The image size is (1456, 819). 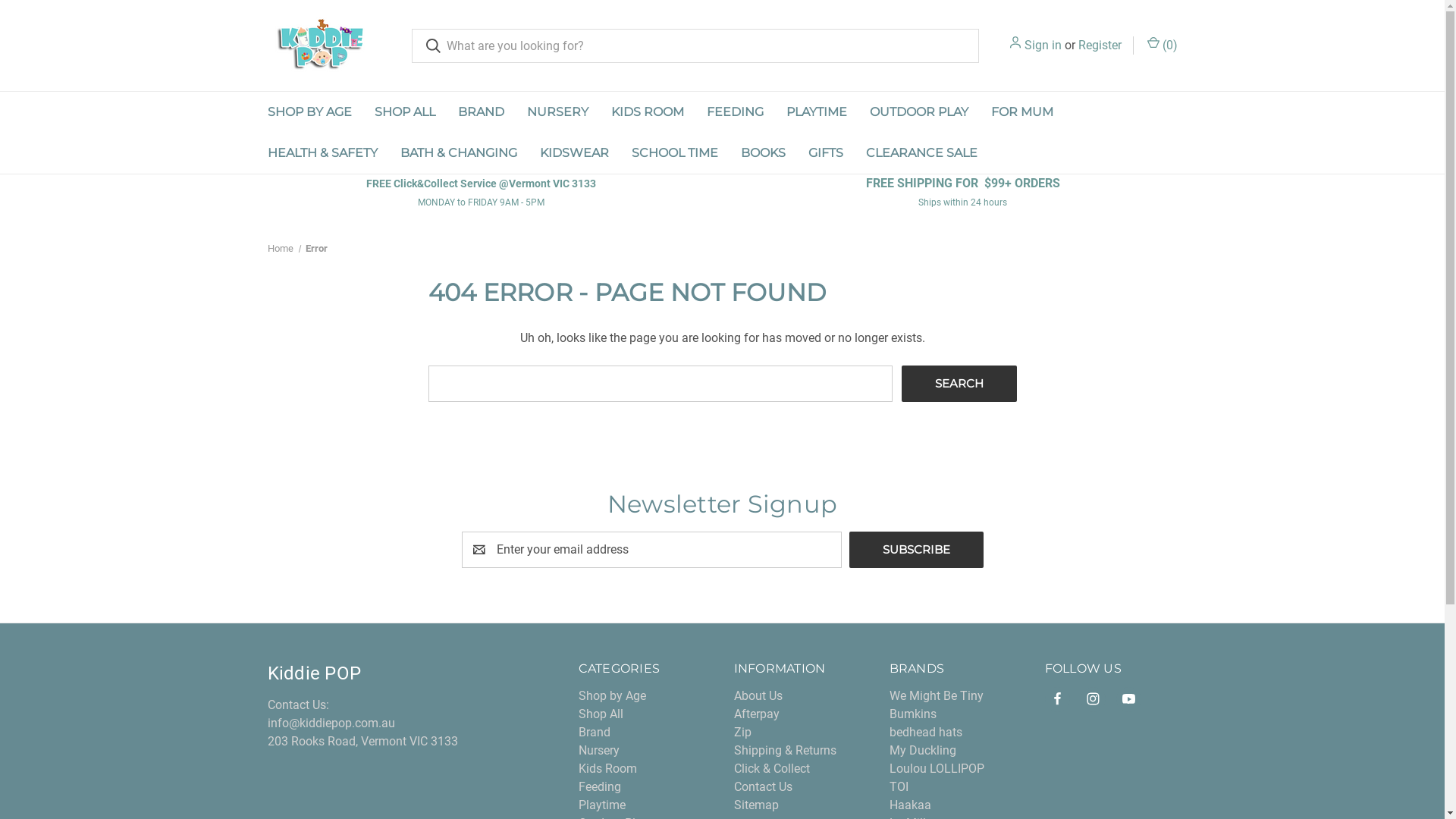 I want to click on 'FOR MUM', so click(x=1022, y=111).